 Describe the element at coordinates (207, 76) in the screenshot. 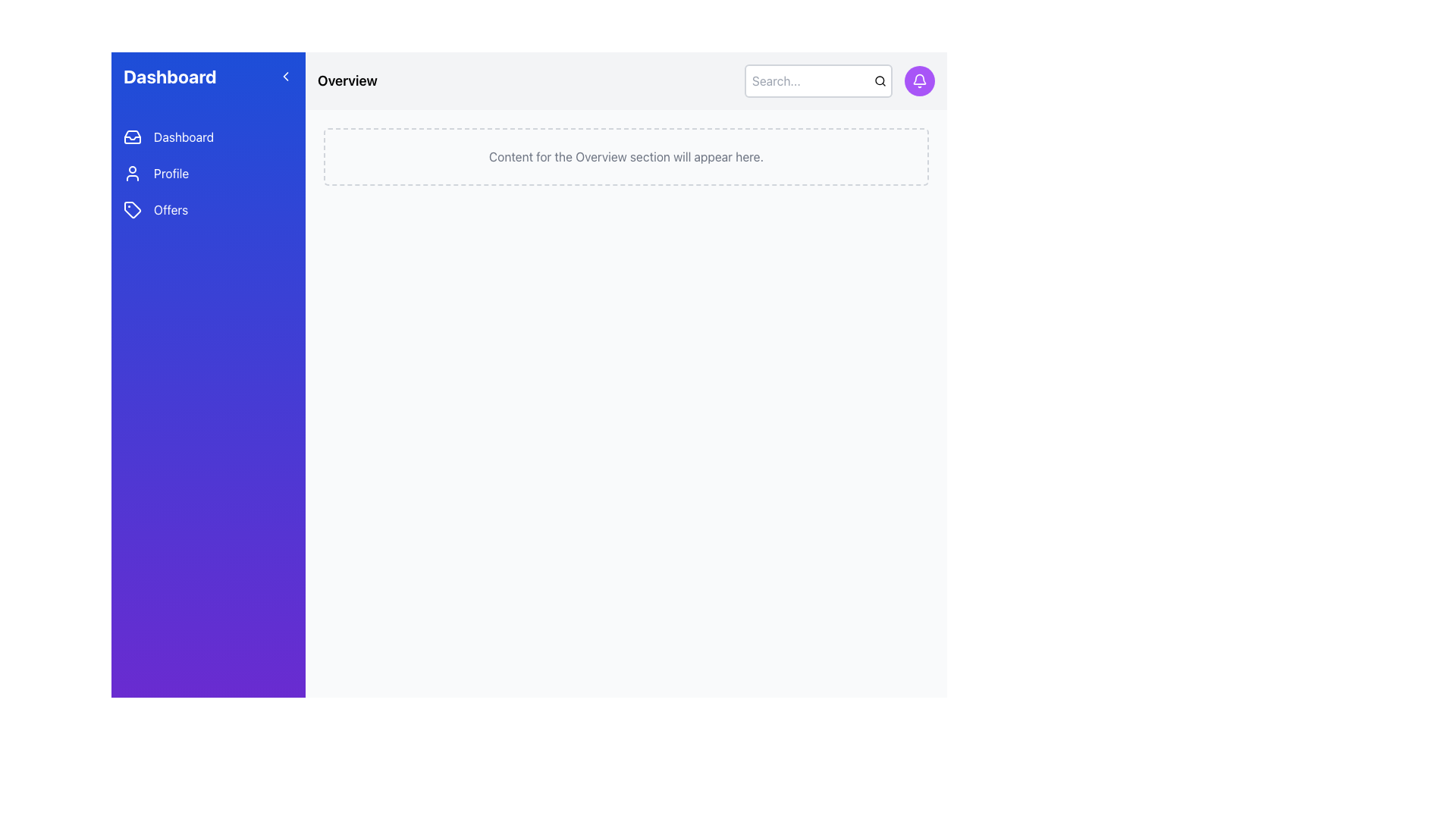

I see `the header element that displays the currently active section or application name in the vertical navigation sidebar` at that location.